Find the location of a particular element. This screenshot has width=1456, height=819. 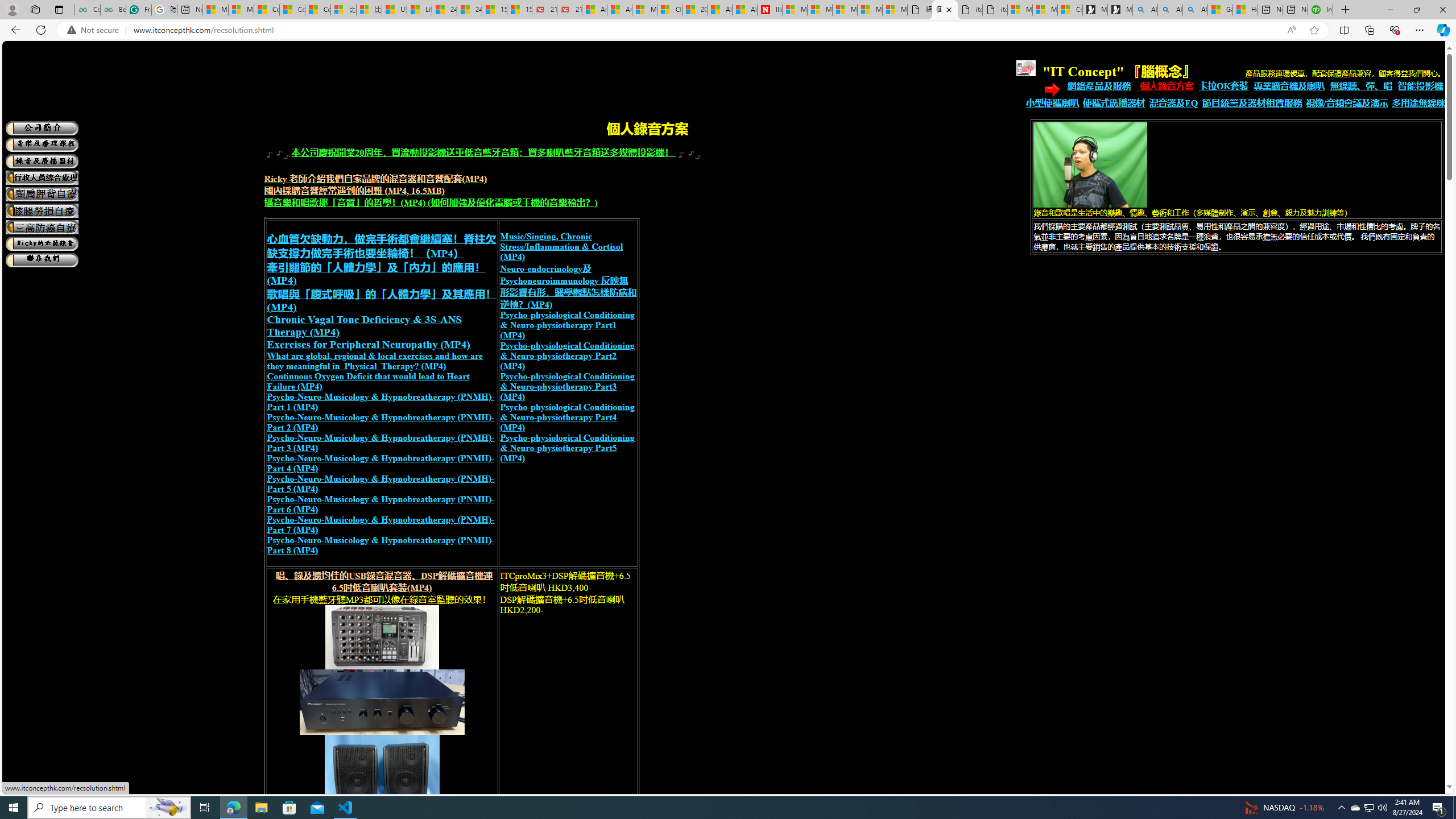

'Alabama high school quarterback dies - Search' is located at coordinates (1145, 9).